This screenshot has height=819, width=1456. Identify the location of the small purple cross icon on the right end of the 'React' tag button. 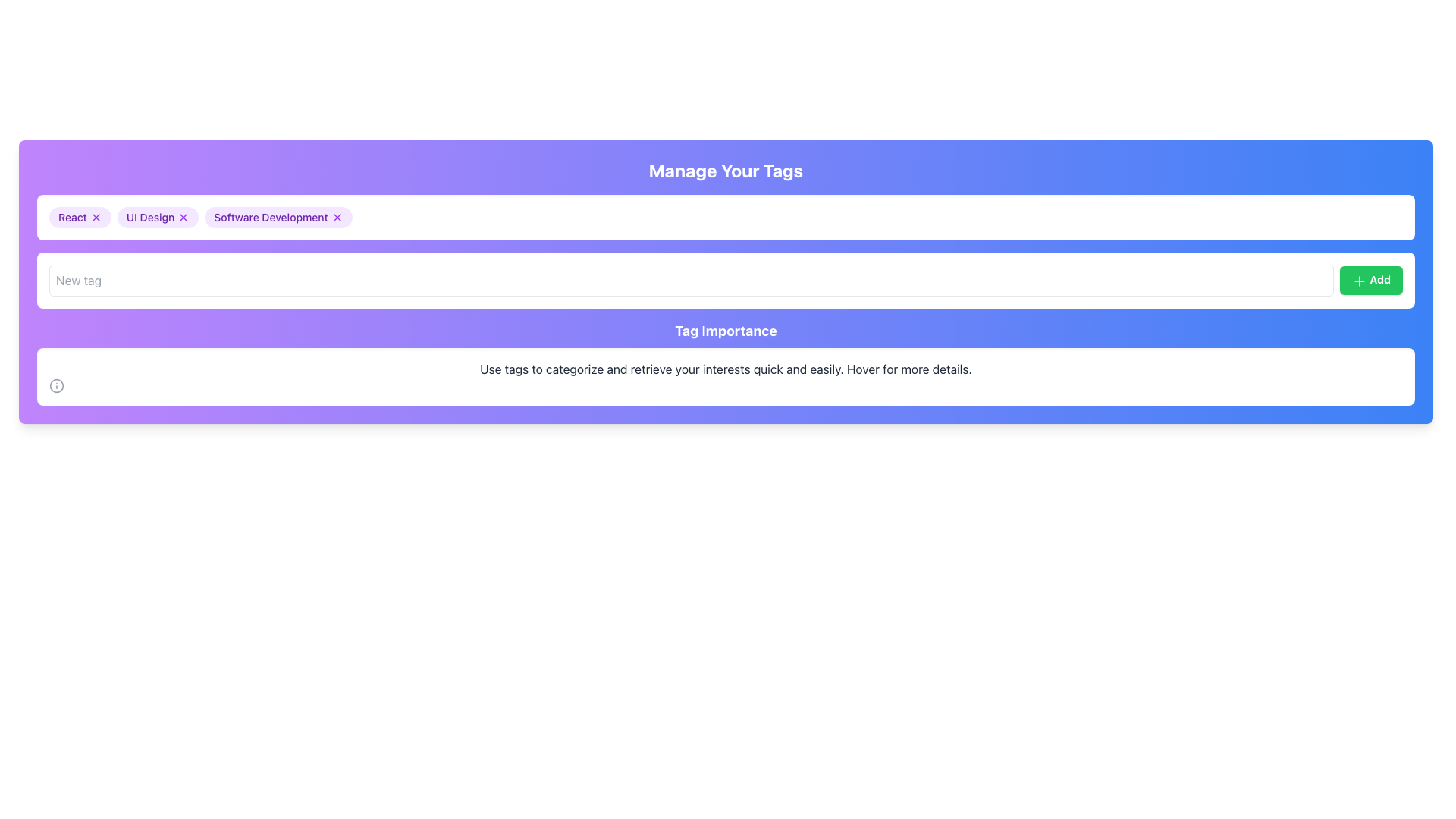
(95, 217).